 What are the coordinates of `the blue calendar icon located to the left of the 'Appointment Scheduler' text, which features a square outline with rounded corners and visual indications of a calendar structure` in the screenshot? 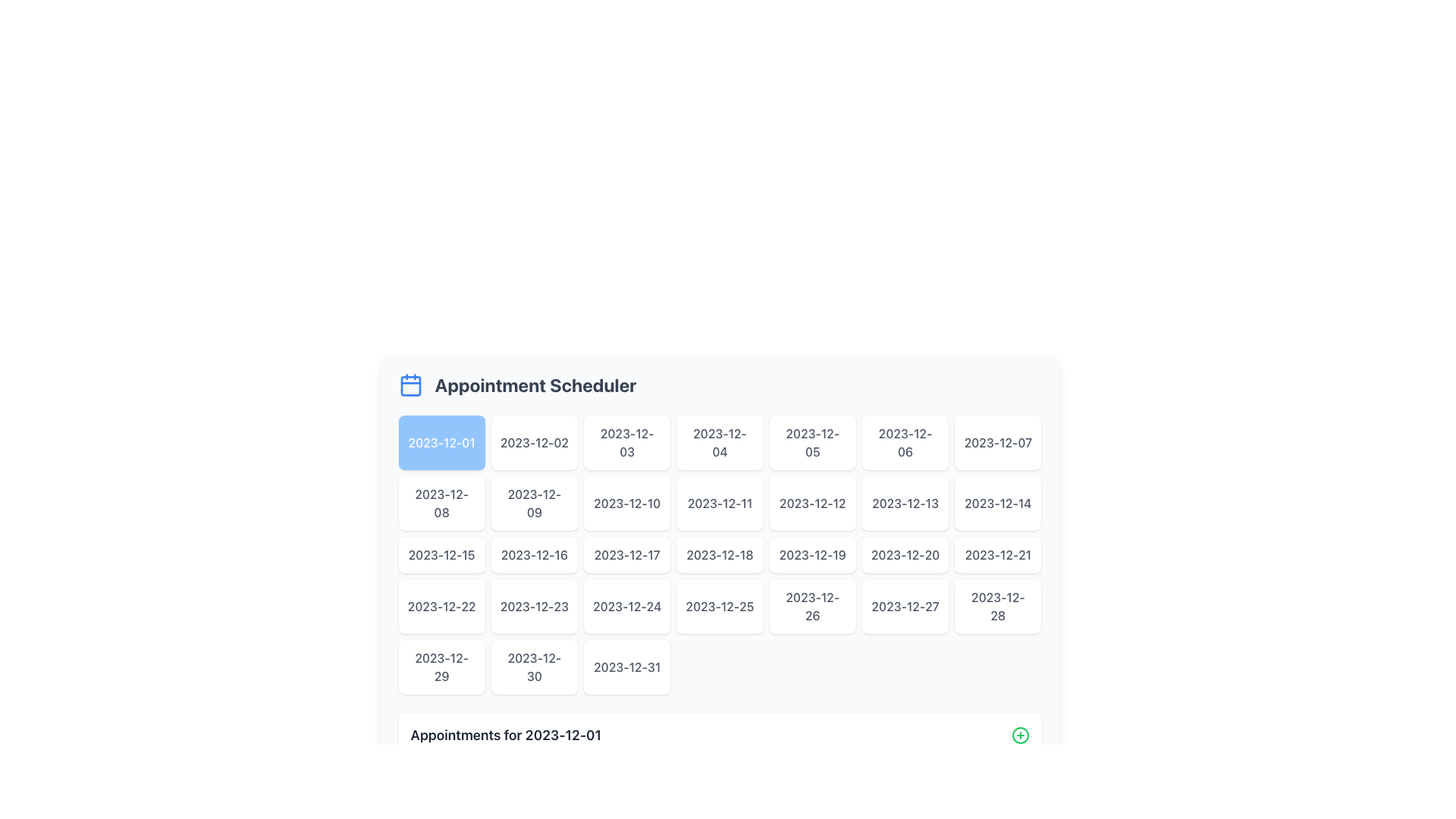 It's located at (410, 384).